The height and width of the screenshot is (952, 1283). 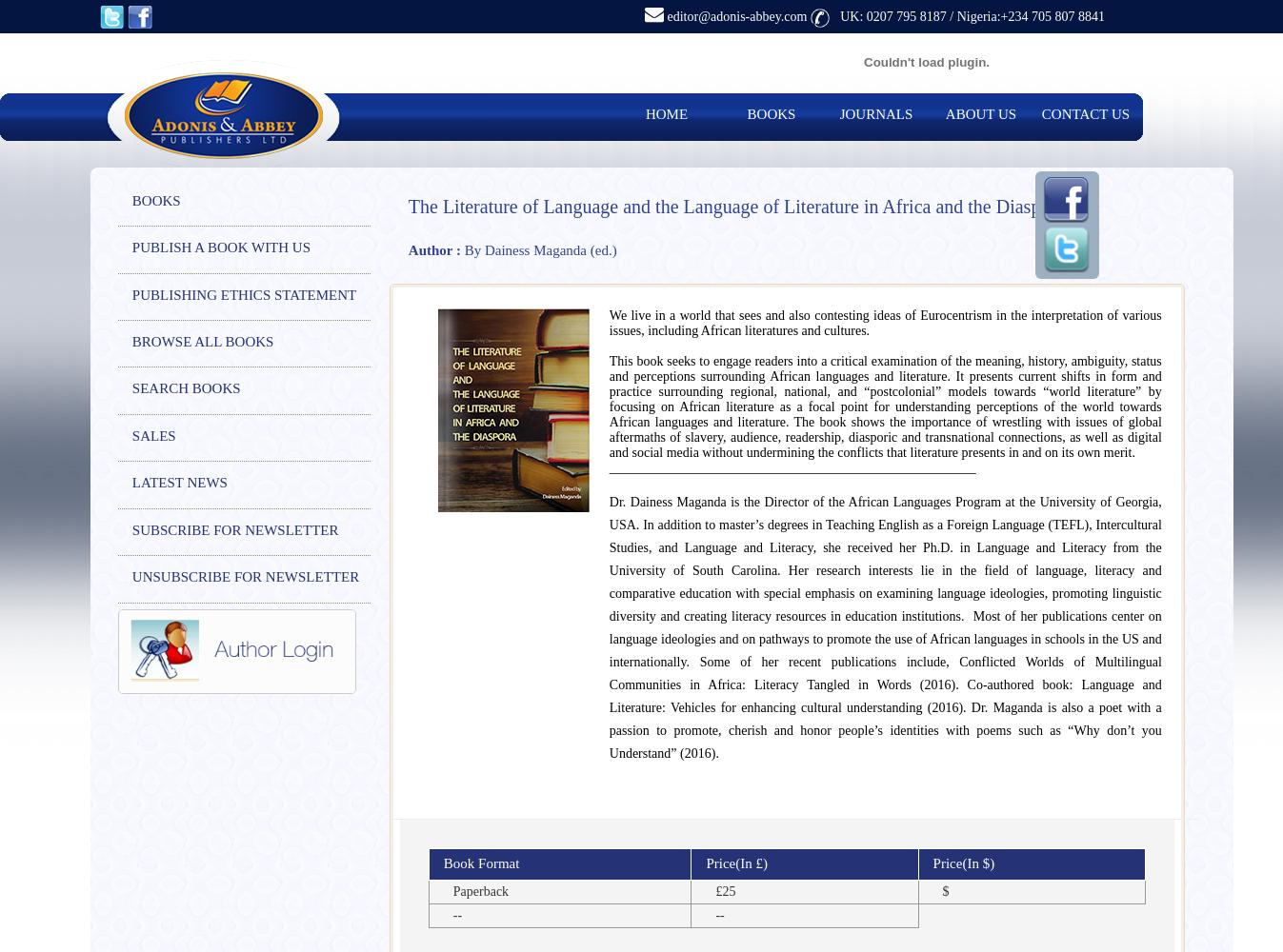 I want to click on 'editor@adonis-abbey.com', so click(x=734, y=16).